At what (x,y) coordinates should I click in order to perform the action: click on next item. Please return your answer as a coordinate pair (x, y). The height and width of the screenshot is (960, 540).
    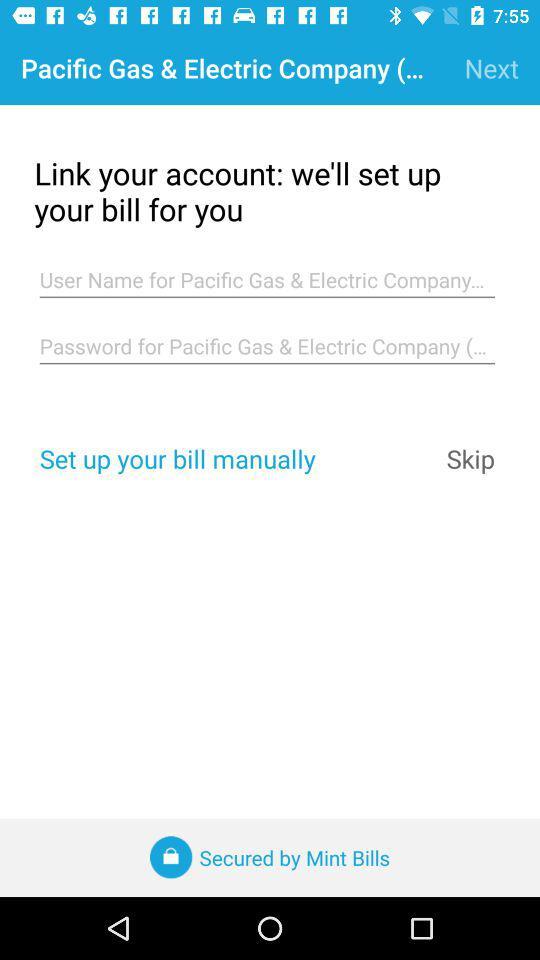
    Looking at the image, I should click on (490, 68).